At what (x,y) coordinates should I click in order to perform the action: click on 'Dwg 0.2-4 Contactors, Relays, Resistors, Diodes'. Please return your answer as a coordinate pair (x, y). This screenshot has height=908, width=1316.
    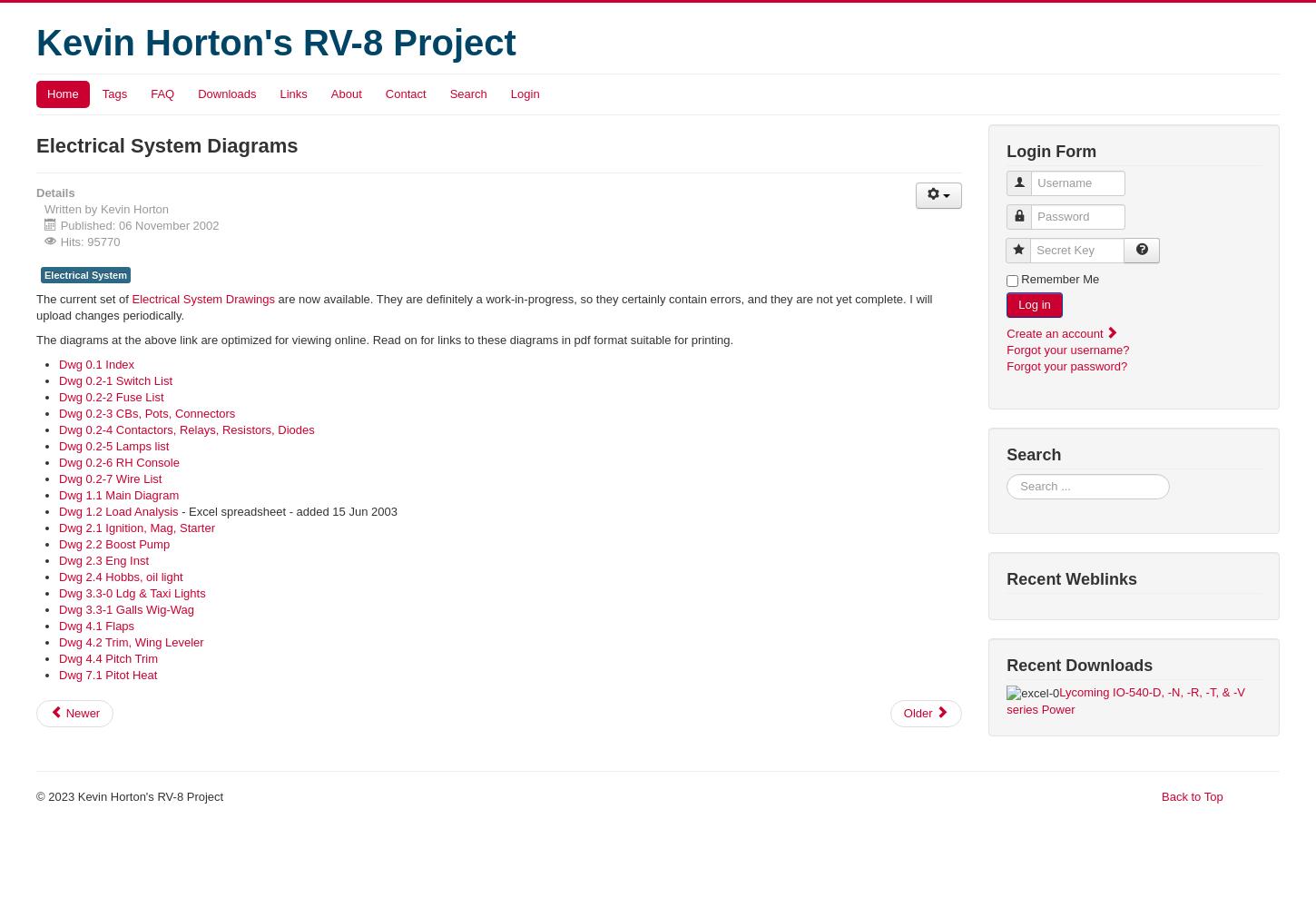
    Looking at the image, I should click on (185, 429).